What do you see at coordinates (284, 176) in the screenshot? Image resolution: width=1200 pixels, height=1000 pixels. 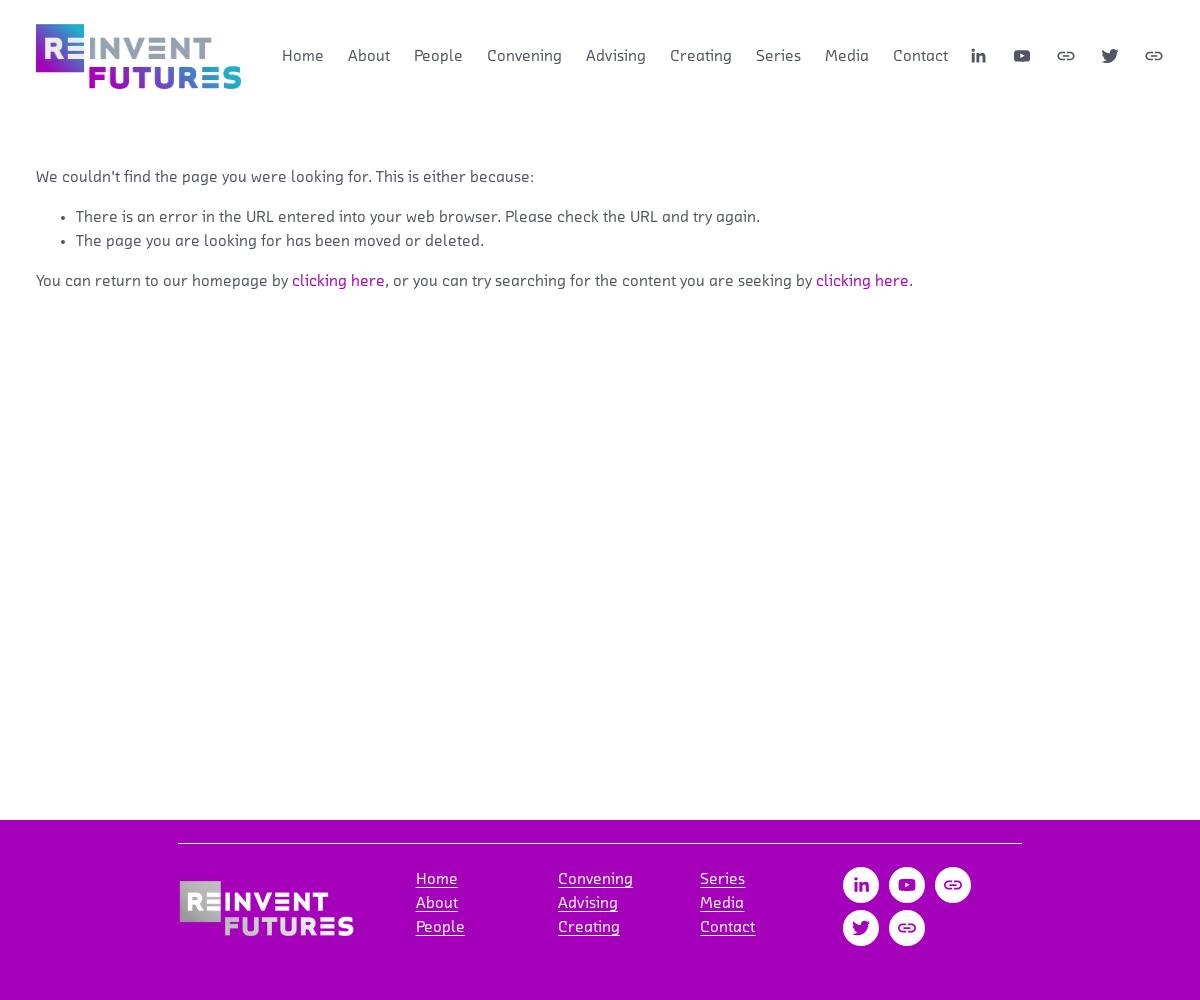 I see `'We couldn't find the page you were looking for. This is either because:'` at bounding box center [284, 176].